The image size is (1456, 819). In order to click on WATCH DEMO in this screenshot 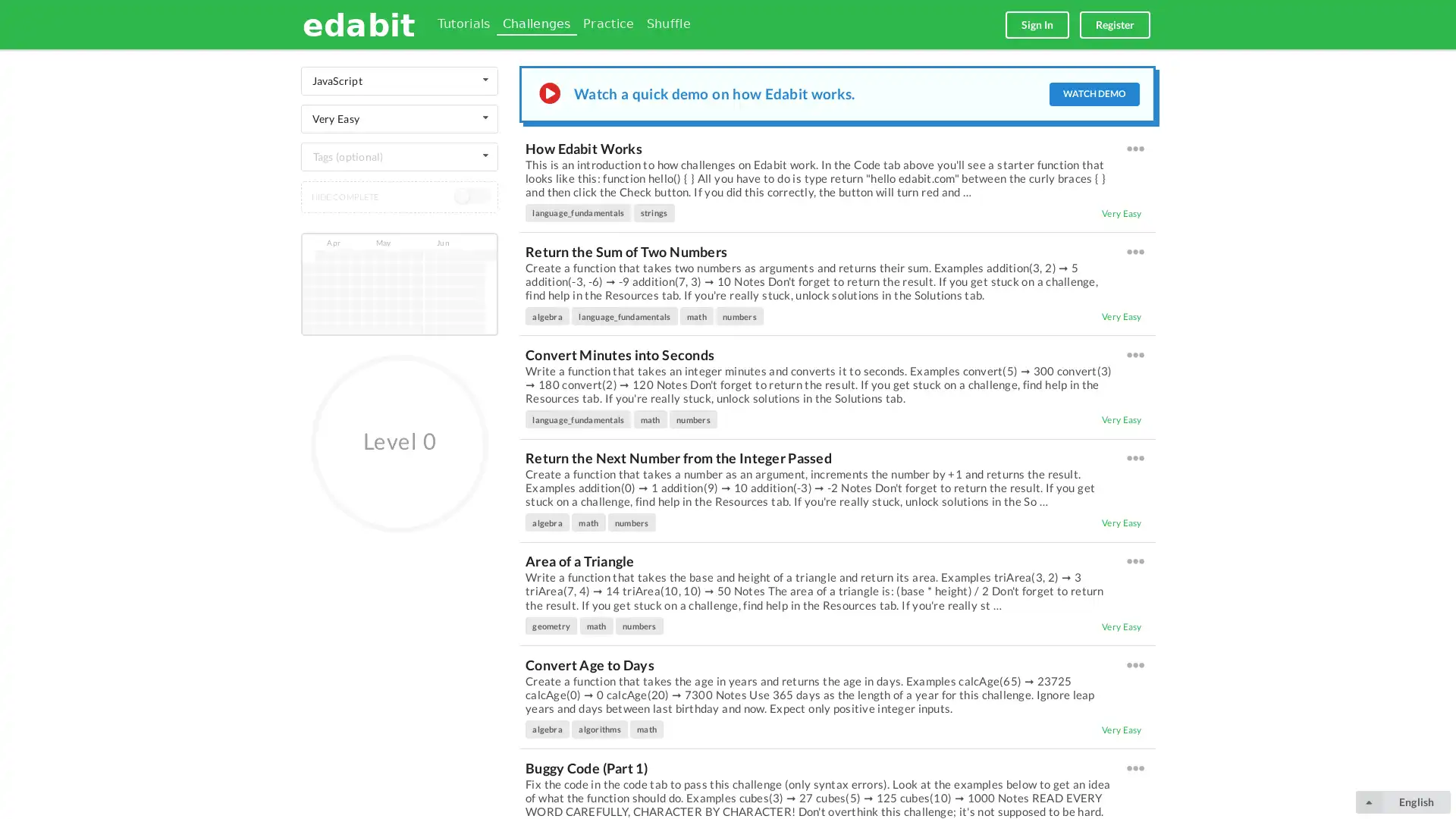, I will do `click(1094, 93)`.